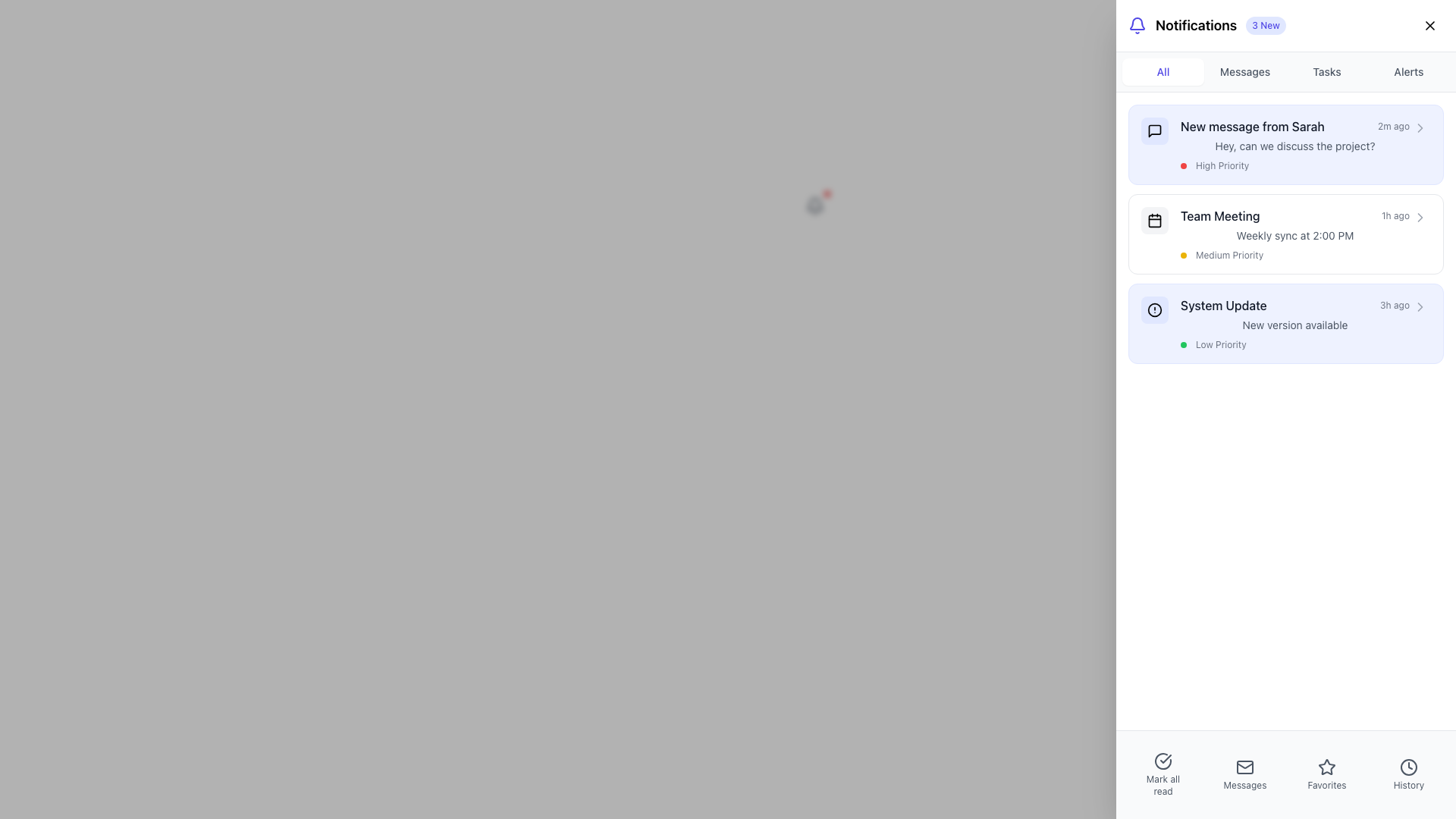  What do you see at coordinates (1294, 236) in the screenshot?
I see `the informational text label displaying '2:00 PM' and 'Weekly sync' within the 'Team Meeting' notification card` at bounding box center [1294, 236].